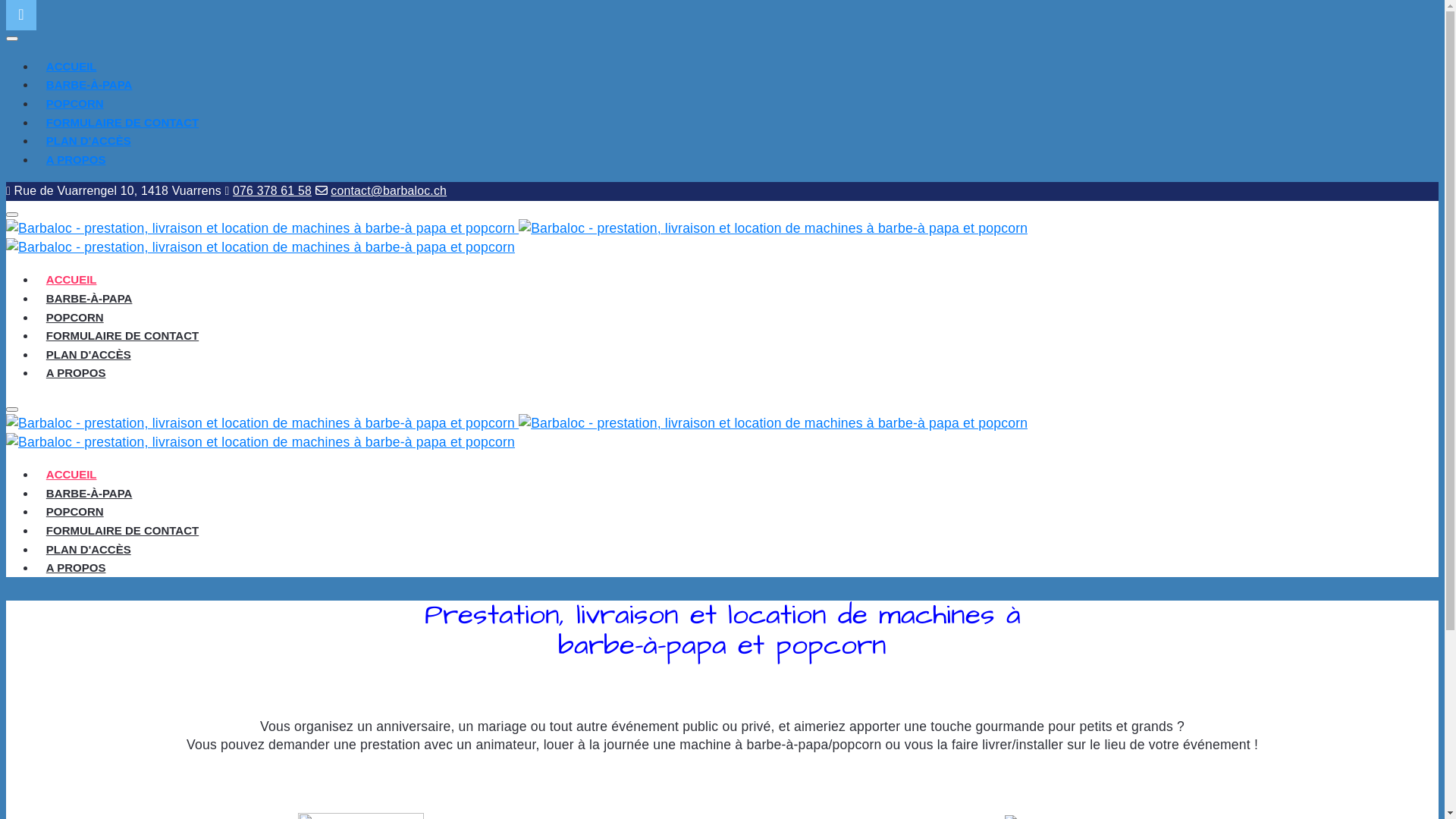  I want to click on 'A PROPOS', so click(75, 372).